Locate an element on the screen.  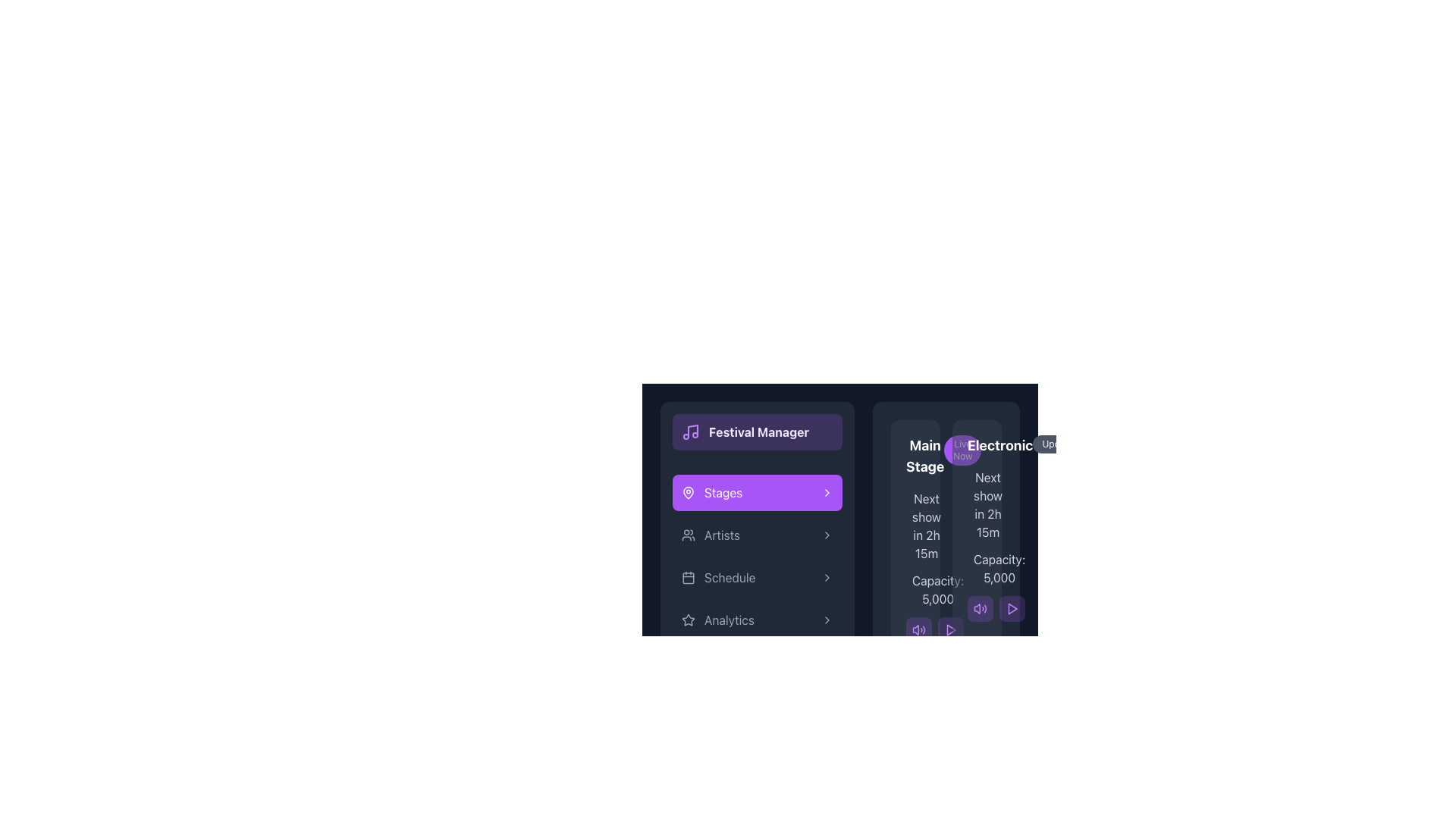
the audio control icon located within a rounded rectangular button at the bottom right of the 'Electronic' stage card to interact with the audio settings is located at coordinates (918, 629).